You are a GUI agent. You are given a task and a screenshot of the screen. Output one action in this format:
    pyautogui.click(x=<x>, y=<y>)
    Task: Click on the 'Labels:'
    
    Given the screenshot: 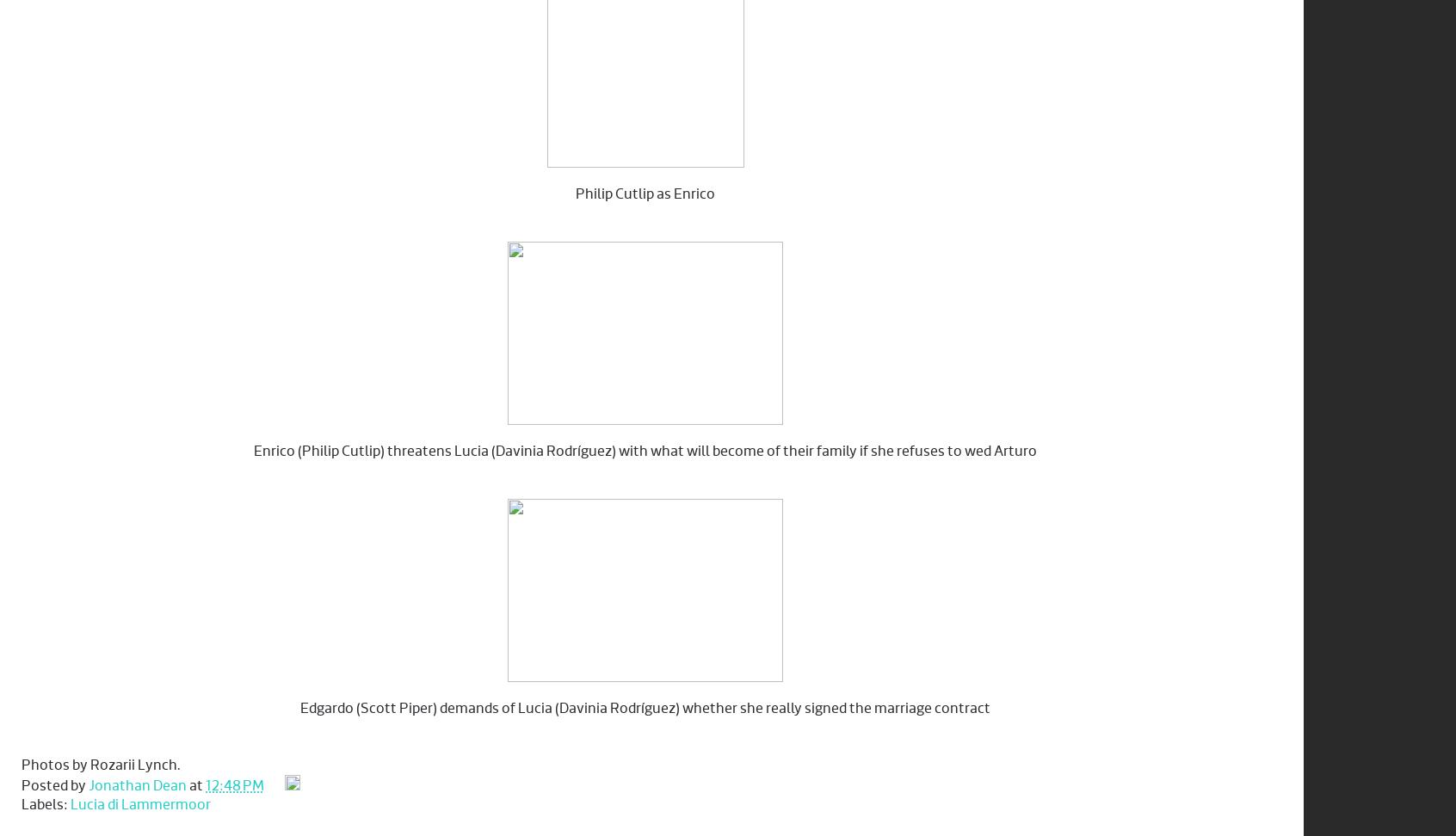 What is the action you would take?
    pyautogui.click(x=45, y=804)
    